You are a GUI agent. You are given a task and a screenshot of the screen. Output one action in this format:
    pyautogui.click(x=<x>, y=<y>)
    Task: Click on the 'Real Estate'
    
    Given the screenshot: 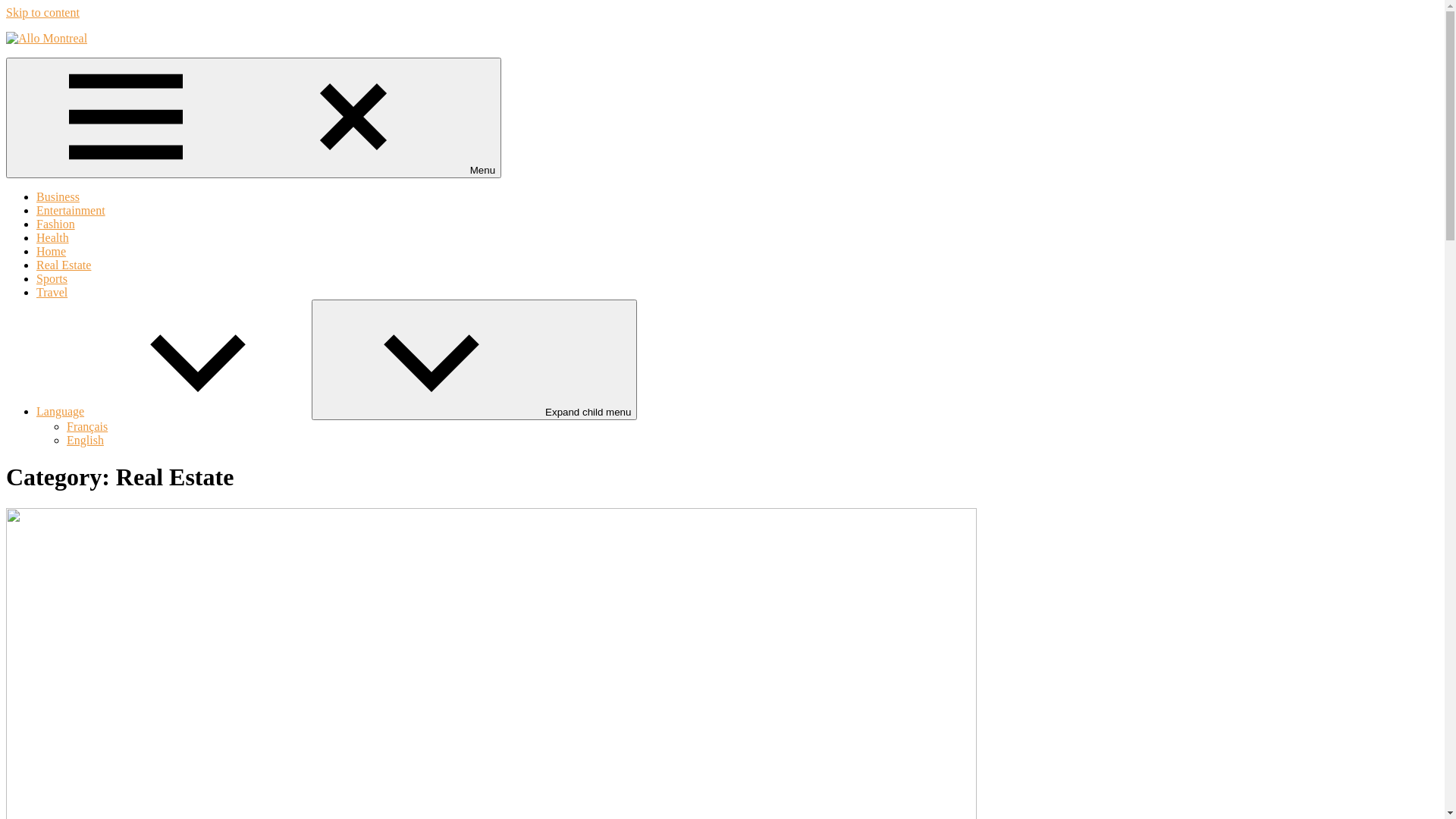 What is the action you would take?
    pyautogui.click(x=36, y=264)
    